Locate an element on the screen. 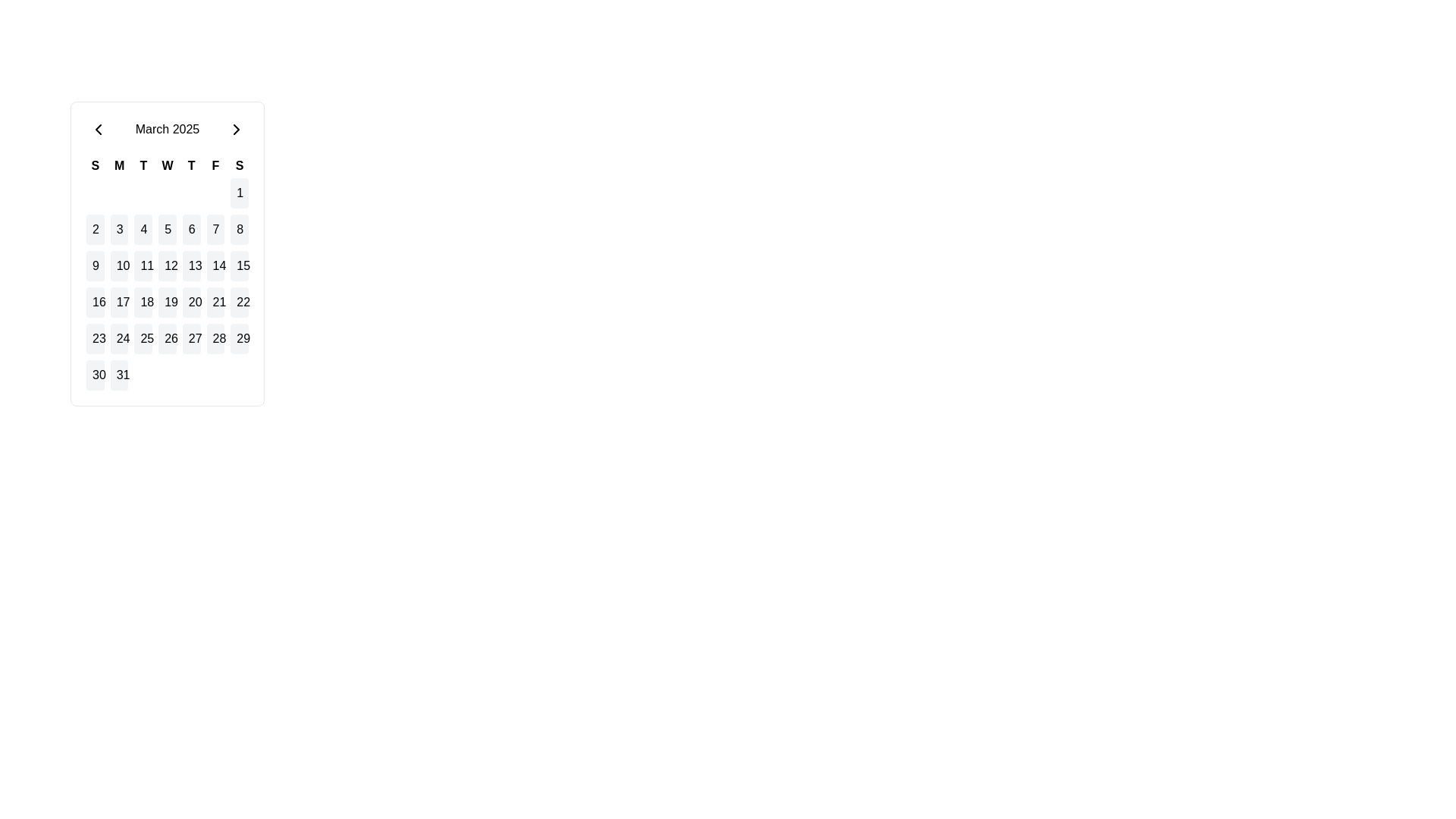 This screenshot has width=1456, height=819. the button representing the 28th day of the month in the calendar interface is located at coordinates (215, 338).